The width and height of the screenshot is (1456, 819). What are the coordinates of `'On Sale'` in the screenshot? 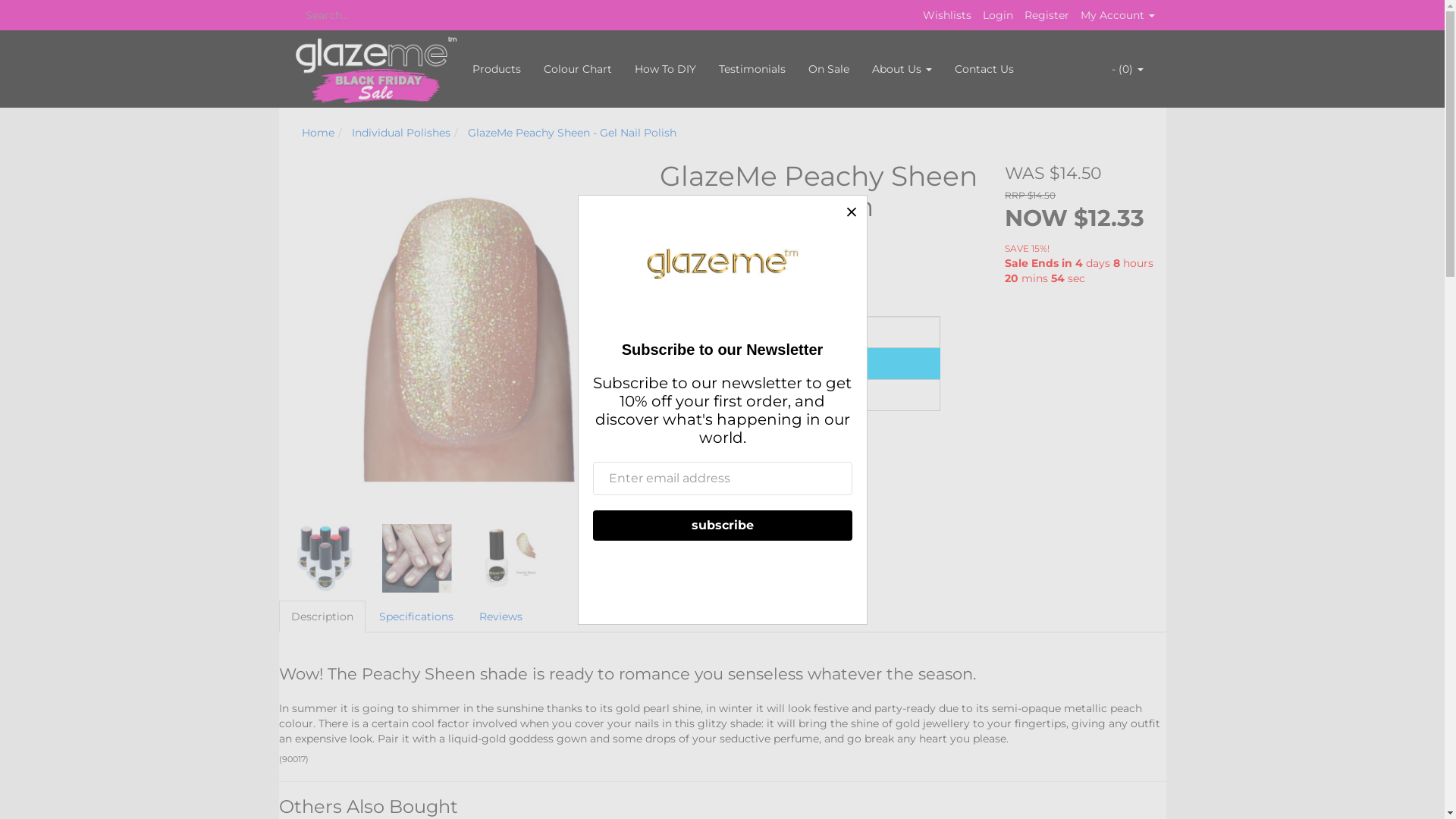 It's located at (827, 69).